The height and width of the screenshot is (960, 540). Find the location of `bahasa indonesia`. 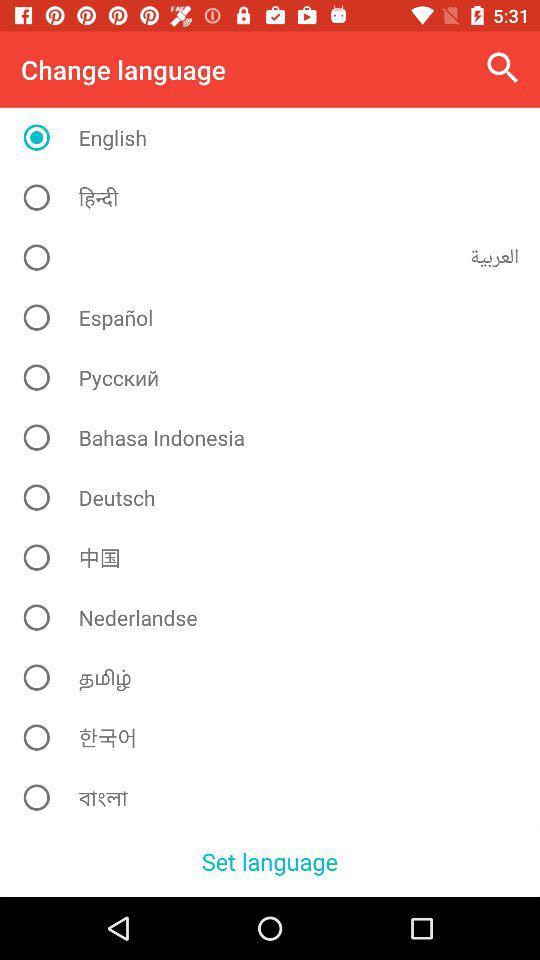

bahasa indonesia is located at coordinates (276, 437).